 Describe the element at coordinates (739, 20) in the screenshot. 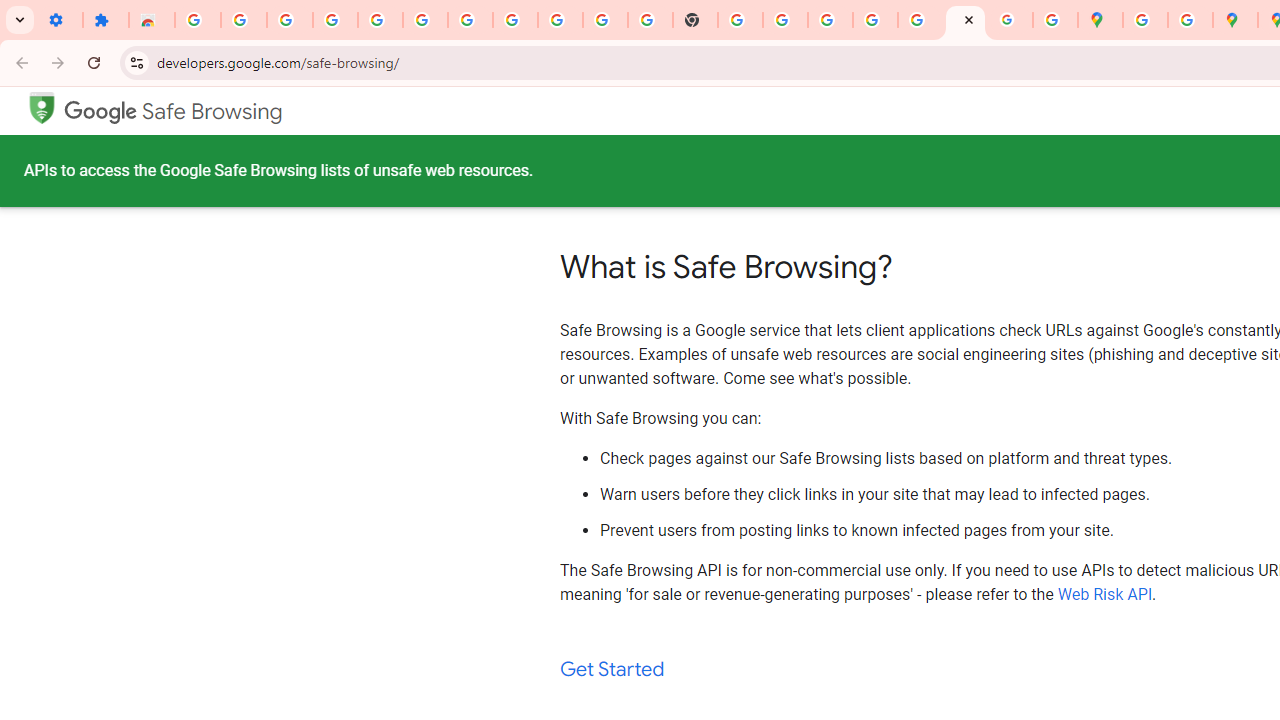

I see `'https://scholar.google.com/'` at that location.